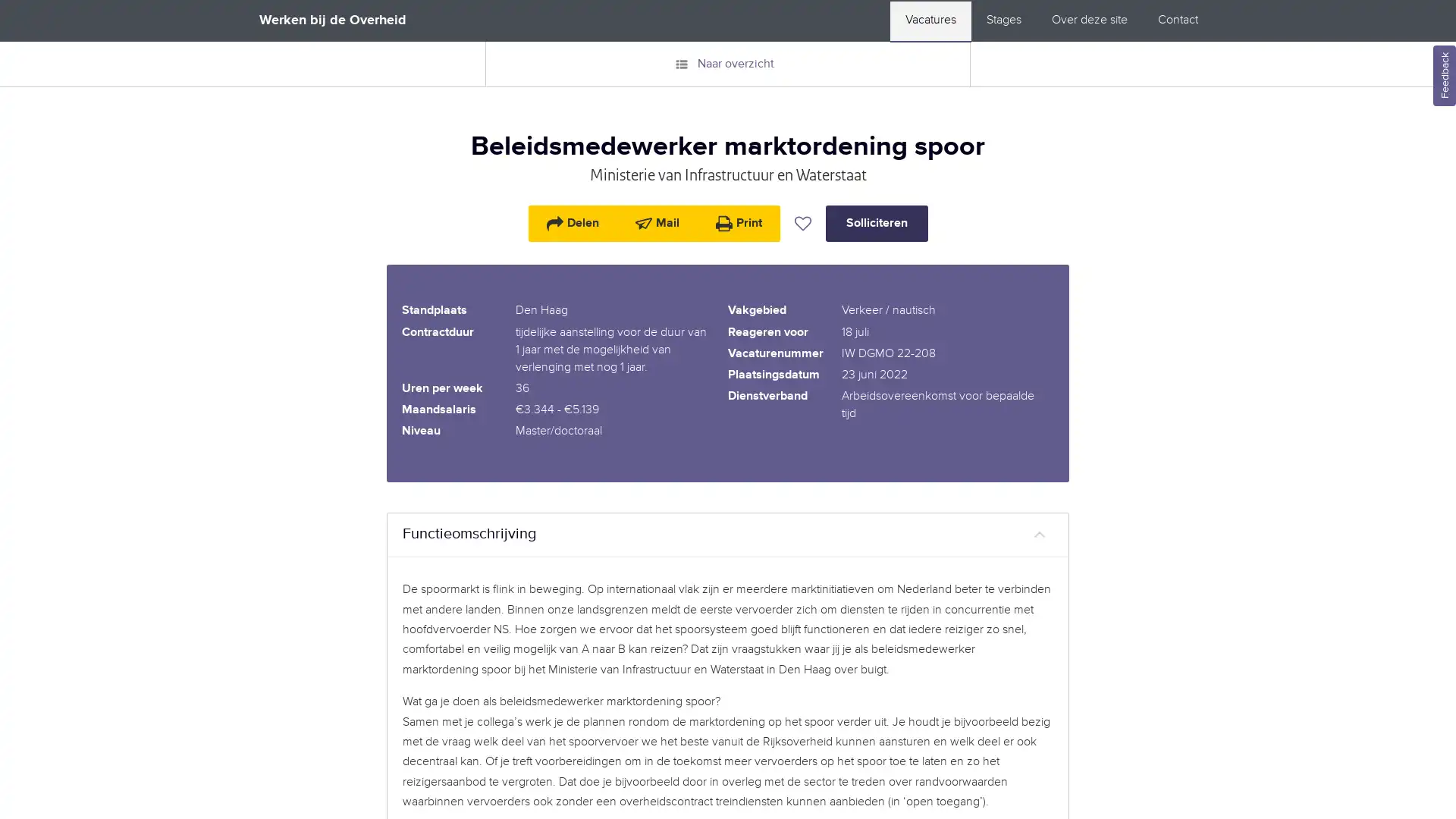 Image resolution: width=1456 pixels, height=819 pixels. What do you see at coordinates (801, 223) in the screenshot?
I see `Vacature bewaren` at bounding box center [801, 223].